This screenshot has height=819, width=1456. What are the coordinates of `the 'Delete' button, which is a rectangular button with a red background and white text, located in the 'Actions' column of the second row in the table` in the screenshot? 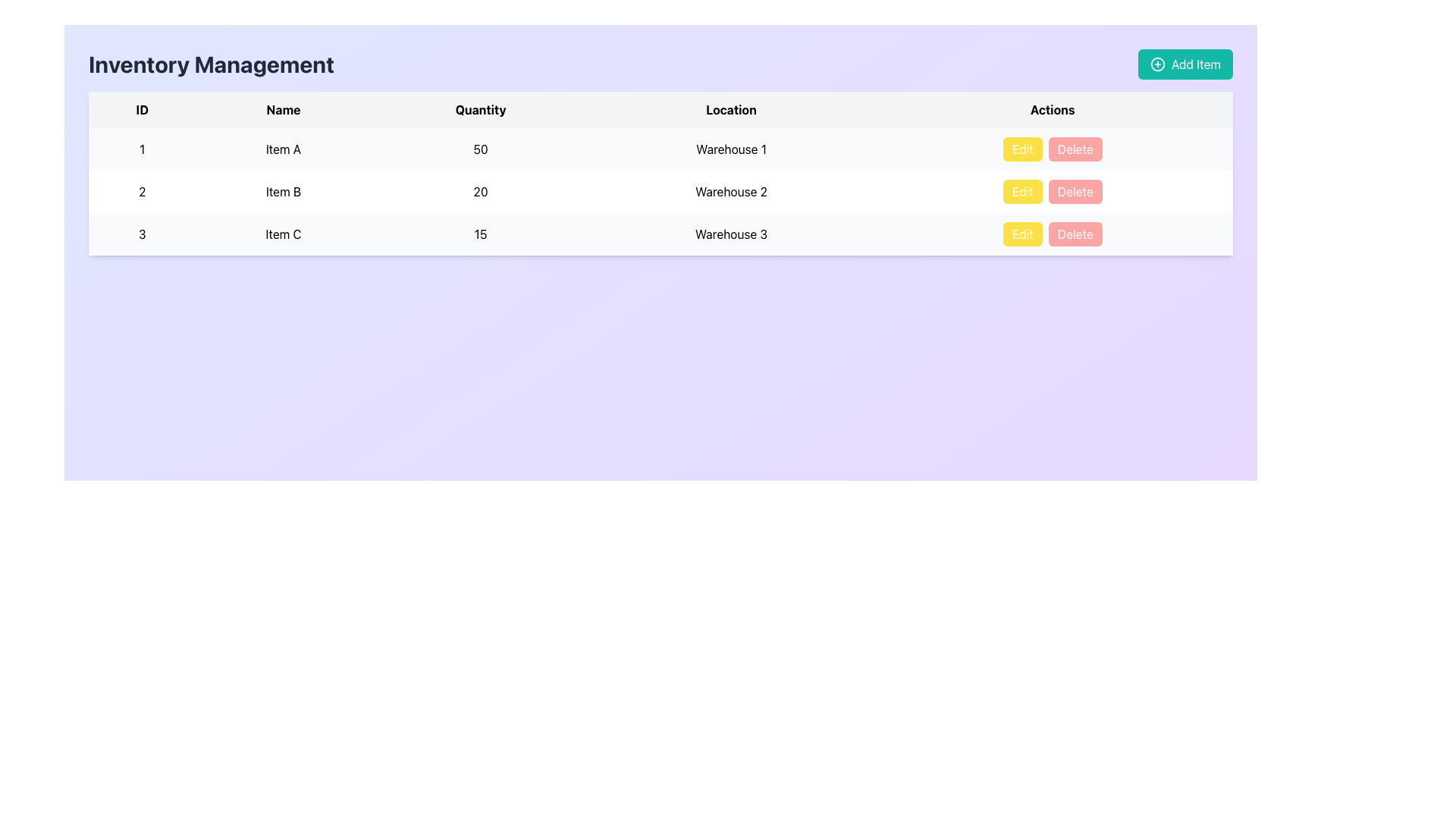 It's located at (1075, 191).